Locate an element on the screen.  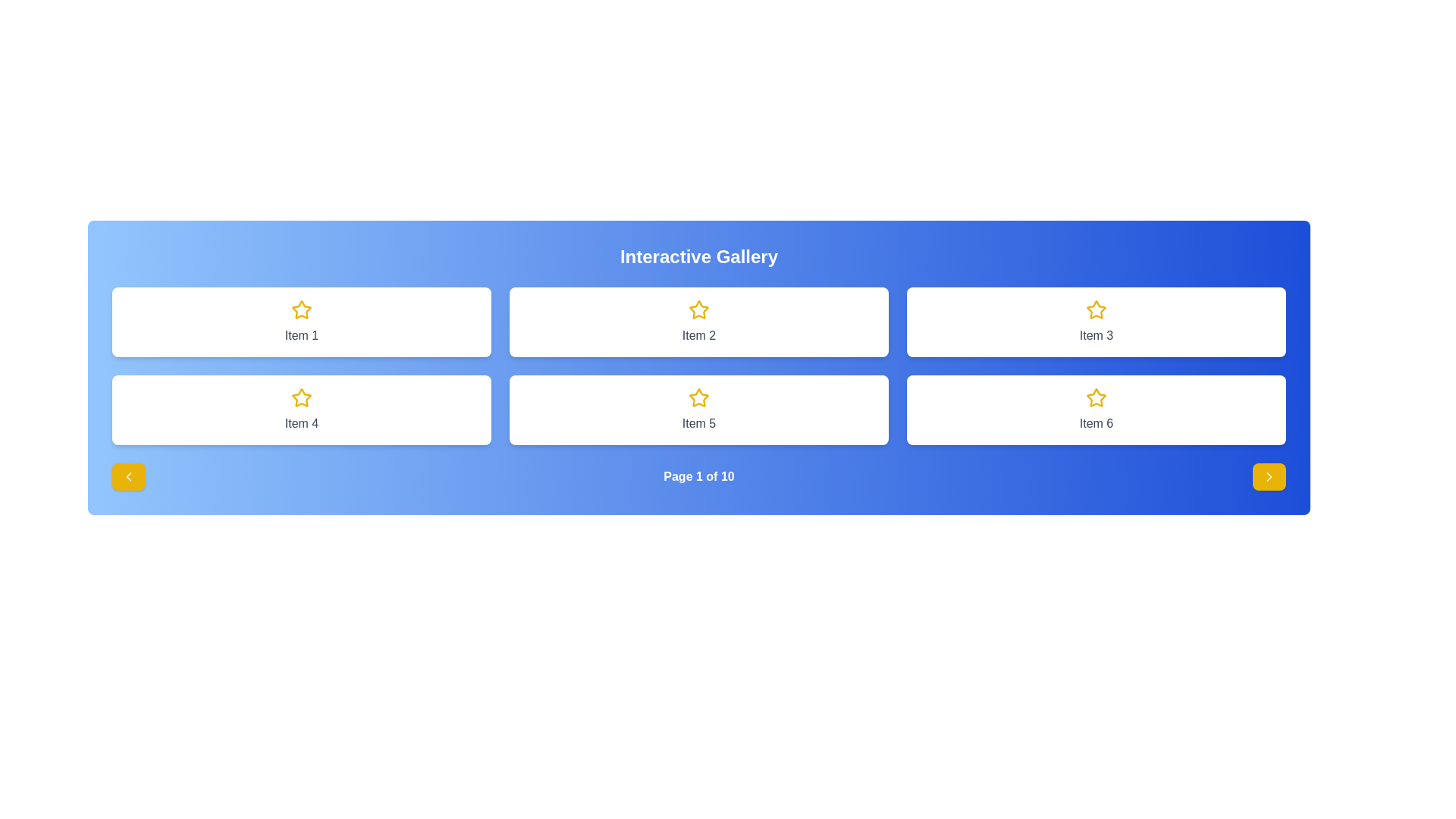
the text label displaying 'Item 5', which is located below the yellow star icon in the center column of the second row of the interactive gallery layout is located at coordinates (698, 424).